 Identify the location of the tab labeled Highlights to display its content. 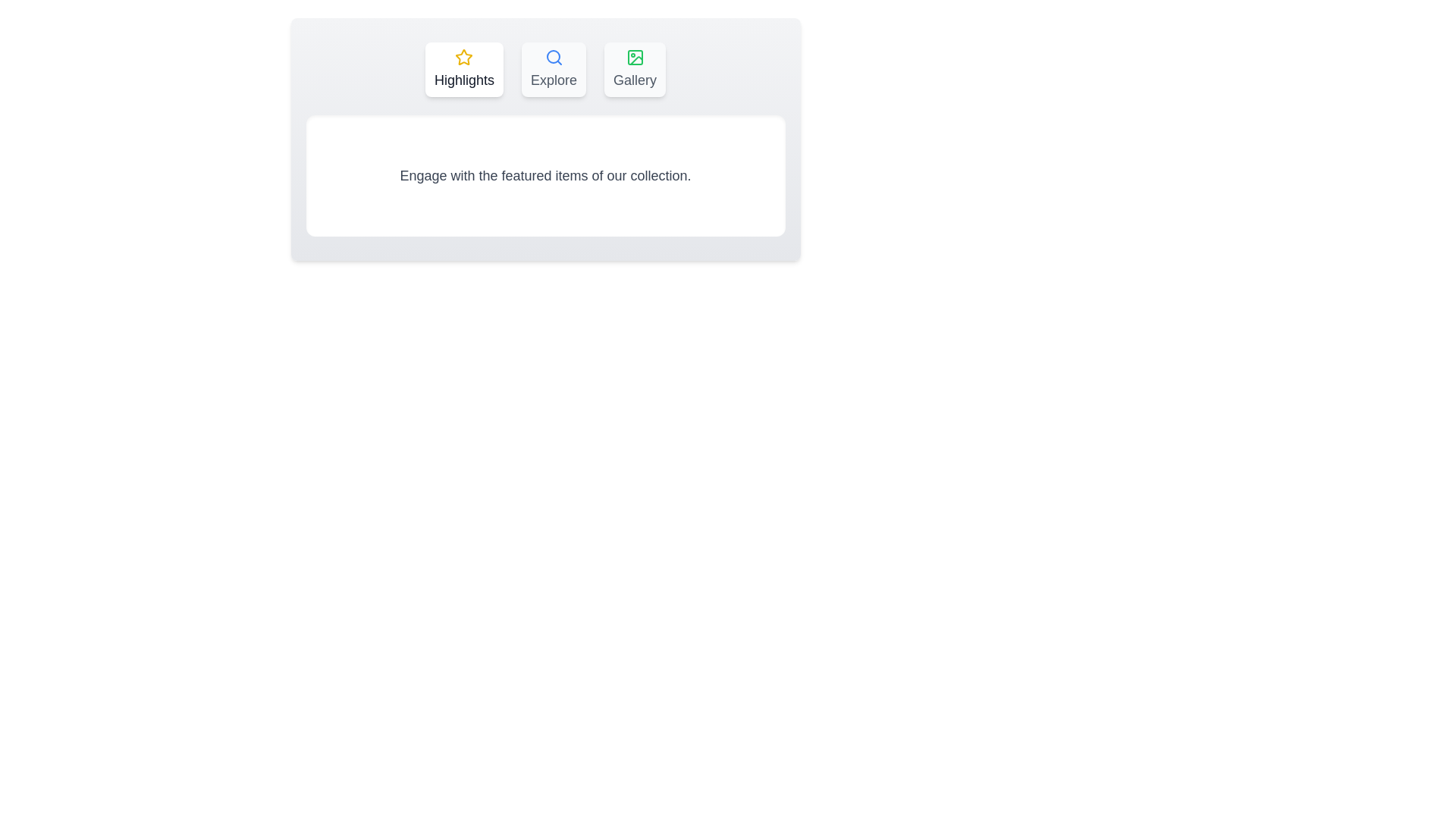
(463, 70).